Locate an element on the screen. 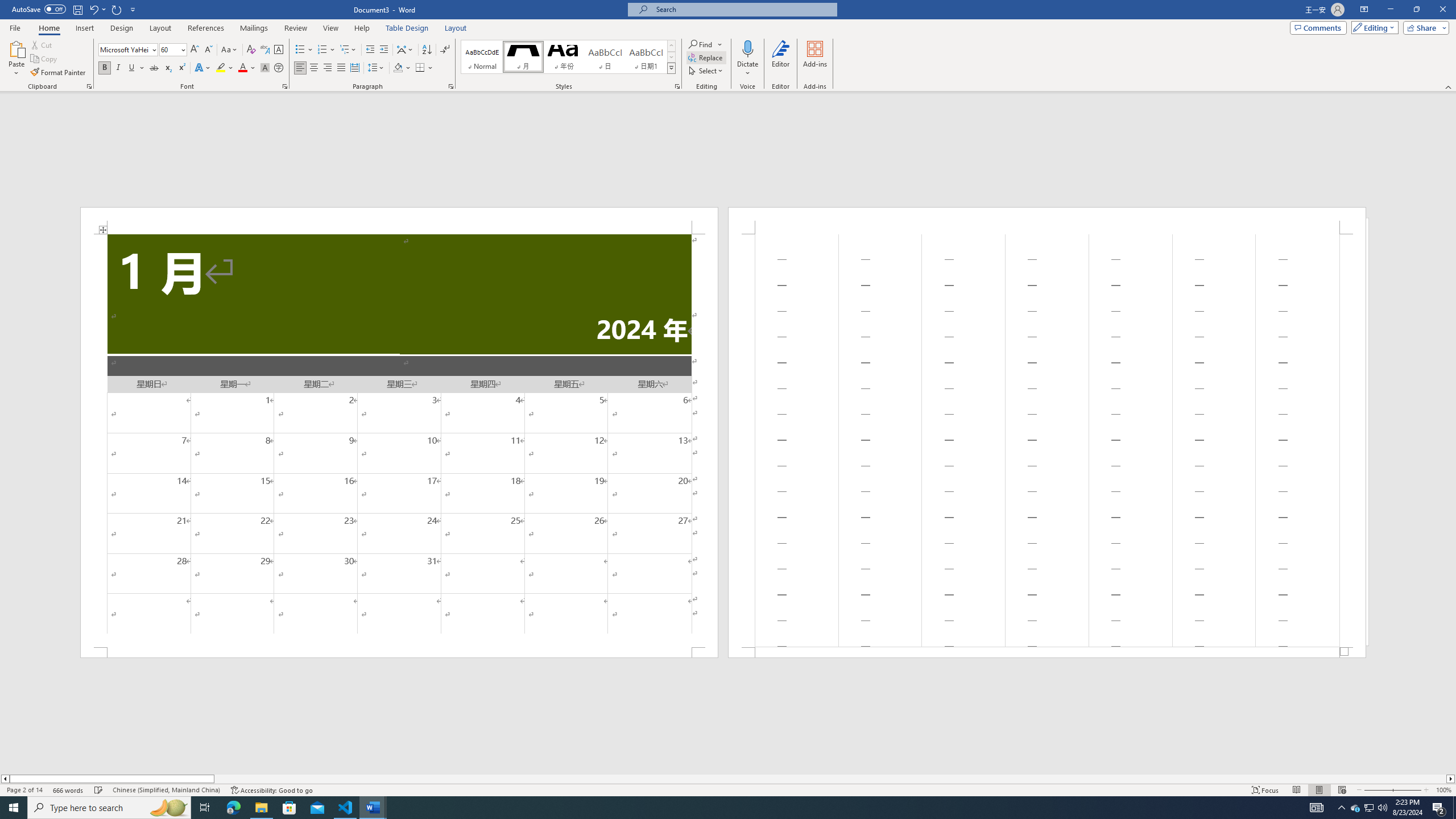 The width and height of the screenshot is (1456, 819). 'Language Chinese (Simplified, Mainland China)' is located at coordinates (165, 790).